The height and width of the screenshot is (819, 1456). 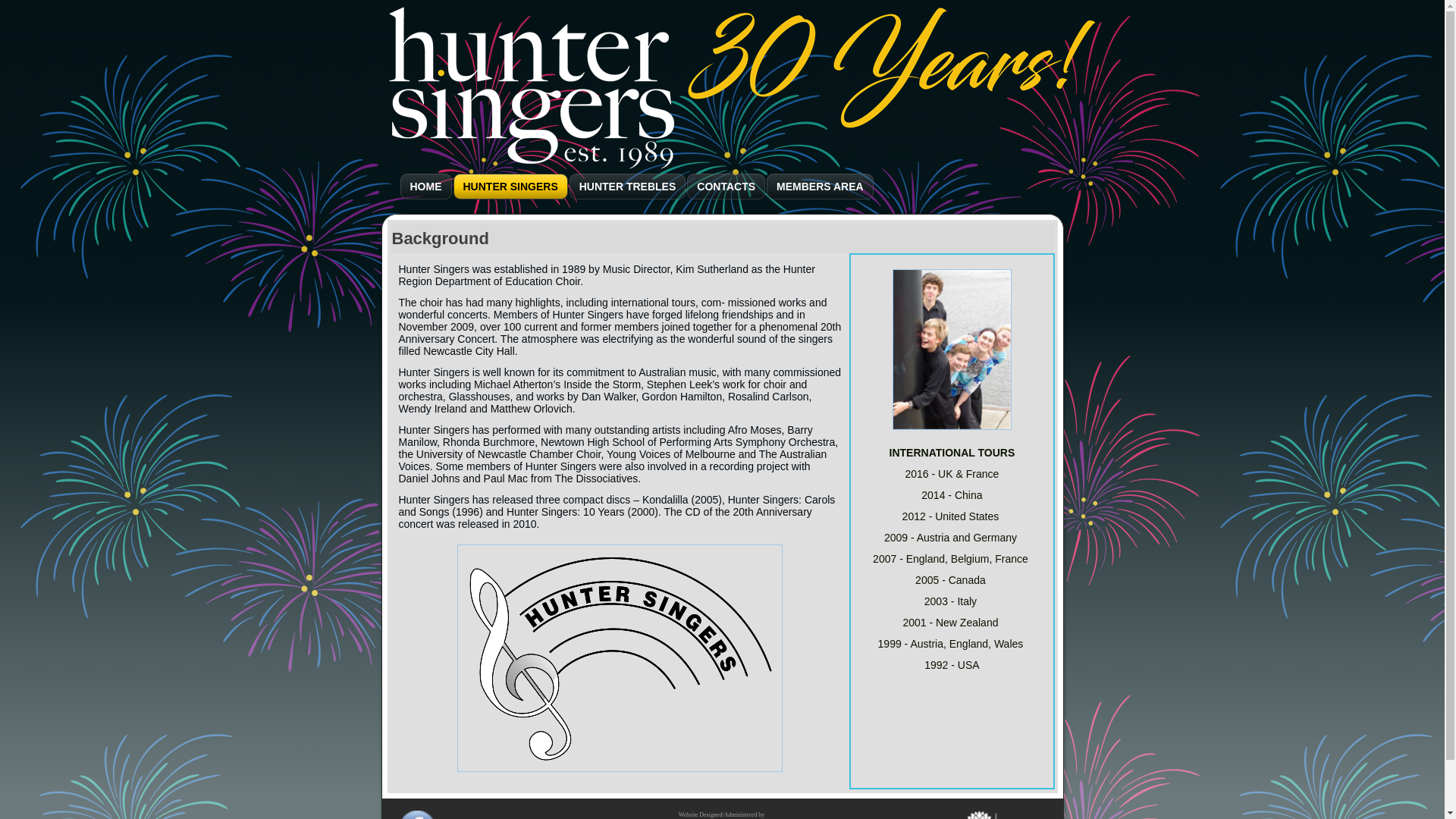 I want to click on 'MEMBERS AREA', so click(x=819, y=186).